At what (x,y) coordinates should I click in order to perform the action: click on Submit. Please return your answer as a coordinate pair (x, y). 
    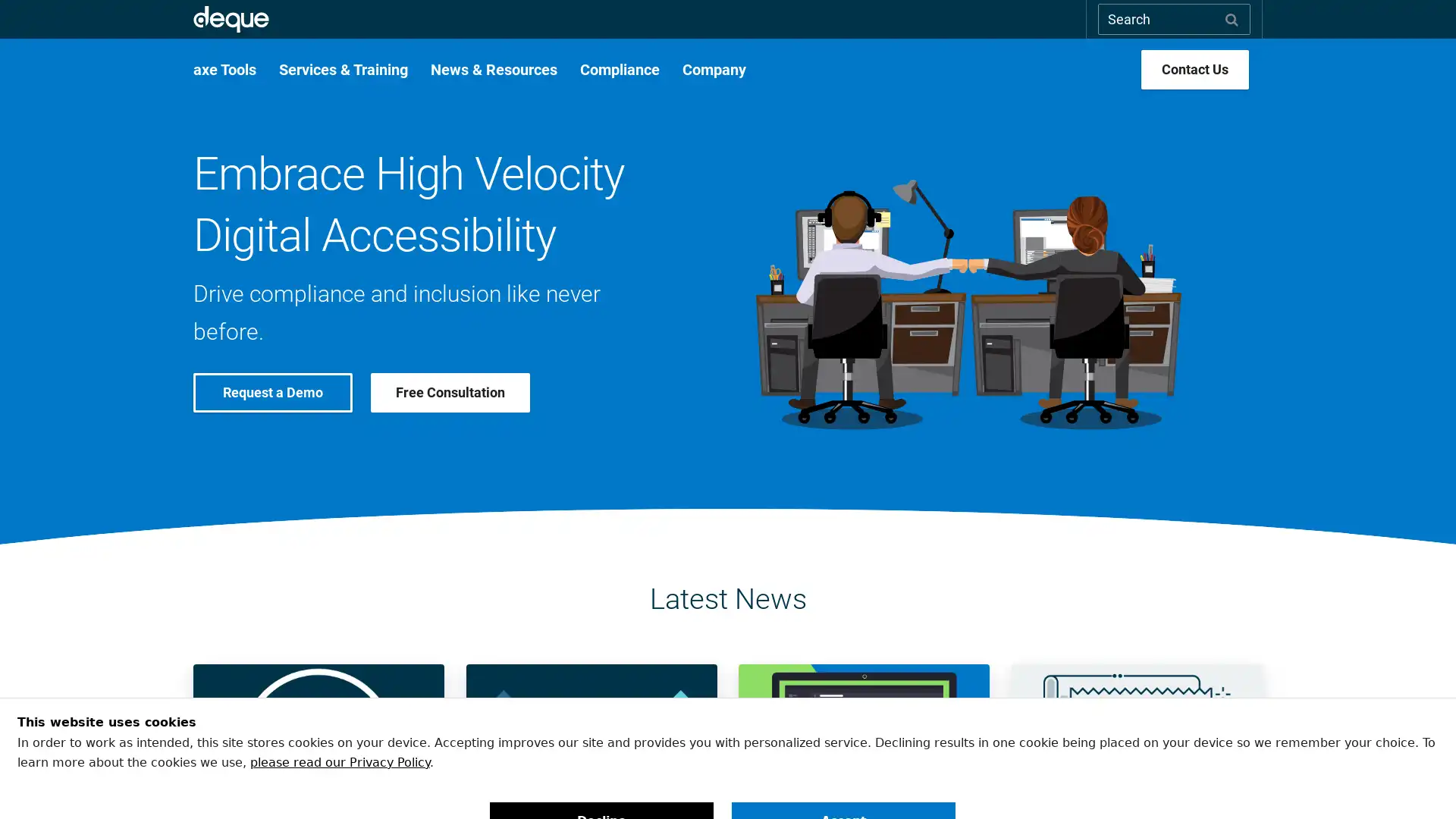
    Looking at the image, I should click on (1232, 18).